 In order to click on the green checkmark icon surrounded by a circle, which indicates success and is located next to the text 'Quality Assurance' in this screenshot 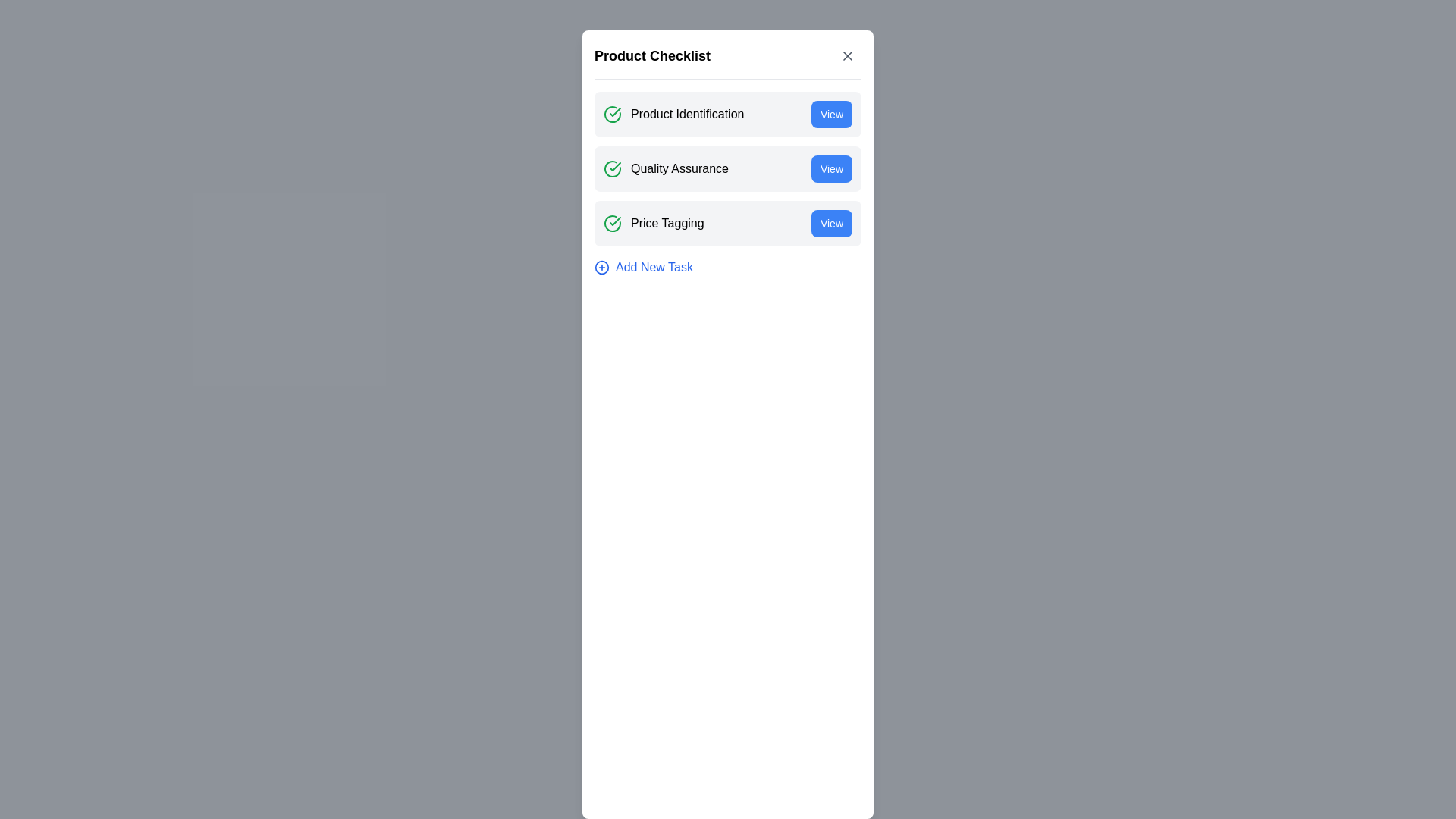, I will do `click(612, 169)`.